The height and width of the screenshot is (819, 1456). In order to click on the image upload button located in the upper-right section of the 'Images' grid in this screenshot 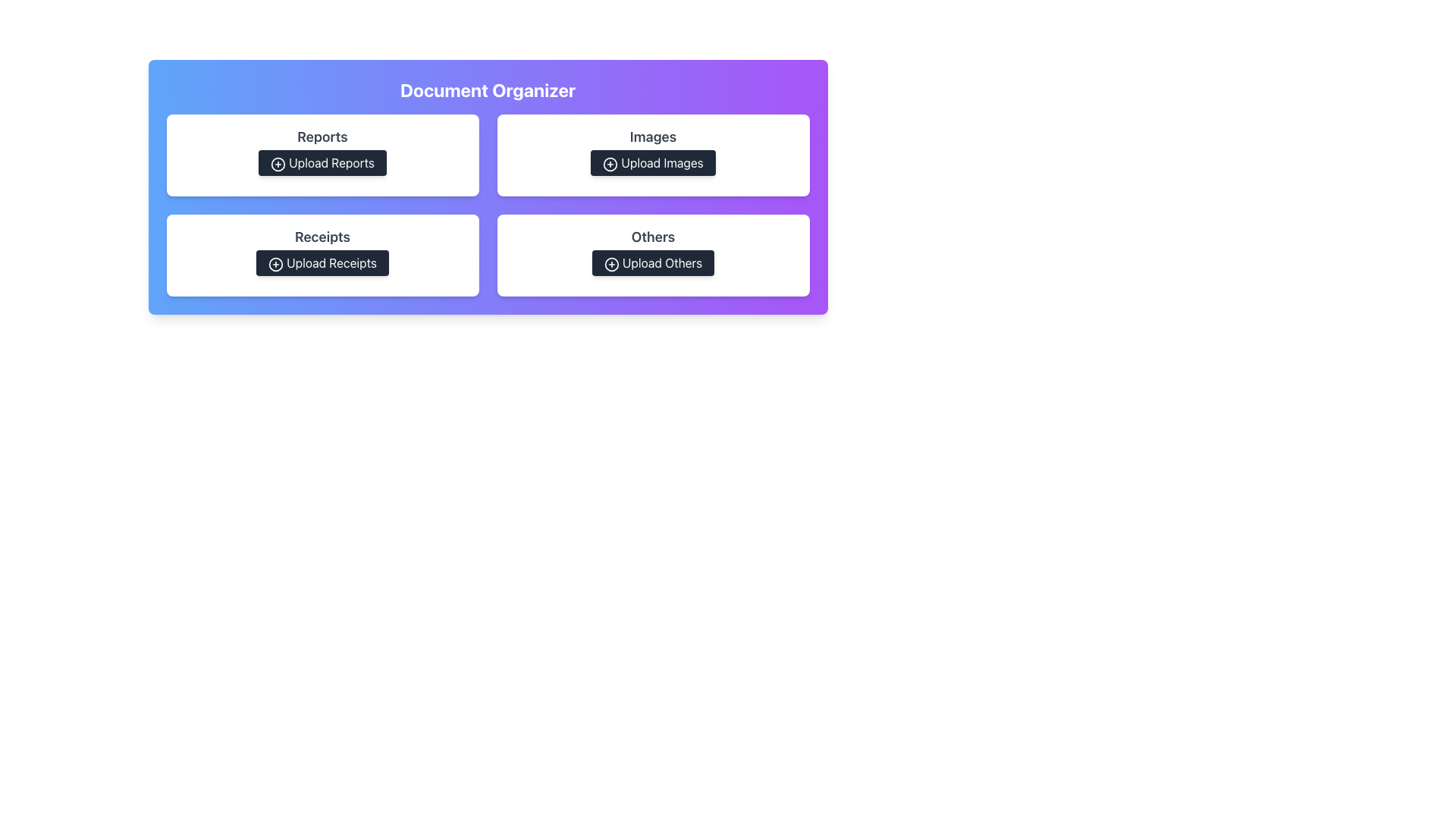, I will do `click(653, 163)`.